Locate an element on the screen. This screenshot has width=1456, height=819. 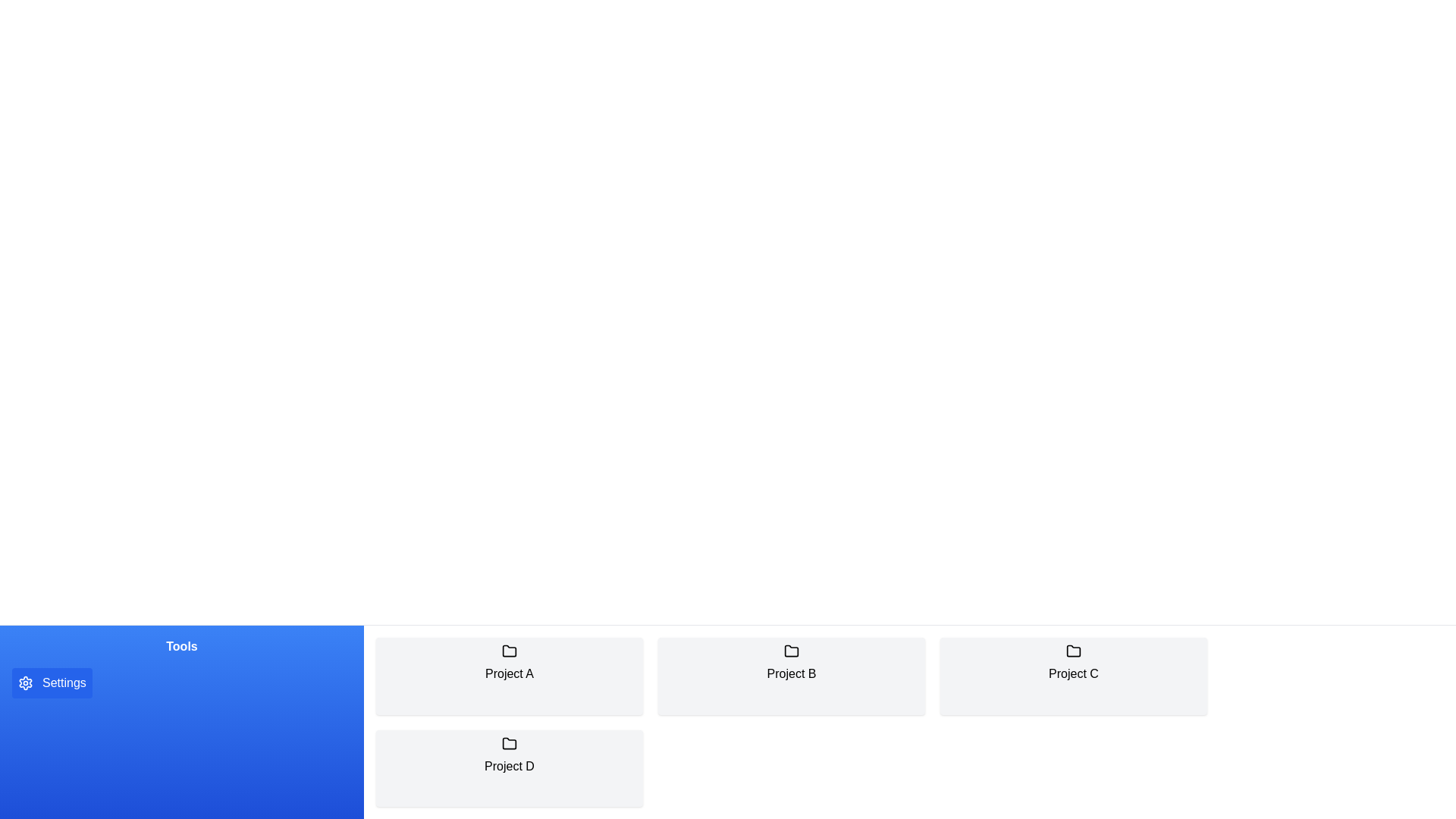
the folder icon located at the top center of the 'Project D' card, which is the fourth card in the lower row of a two-row layout is located at coordinates (510, 742).